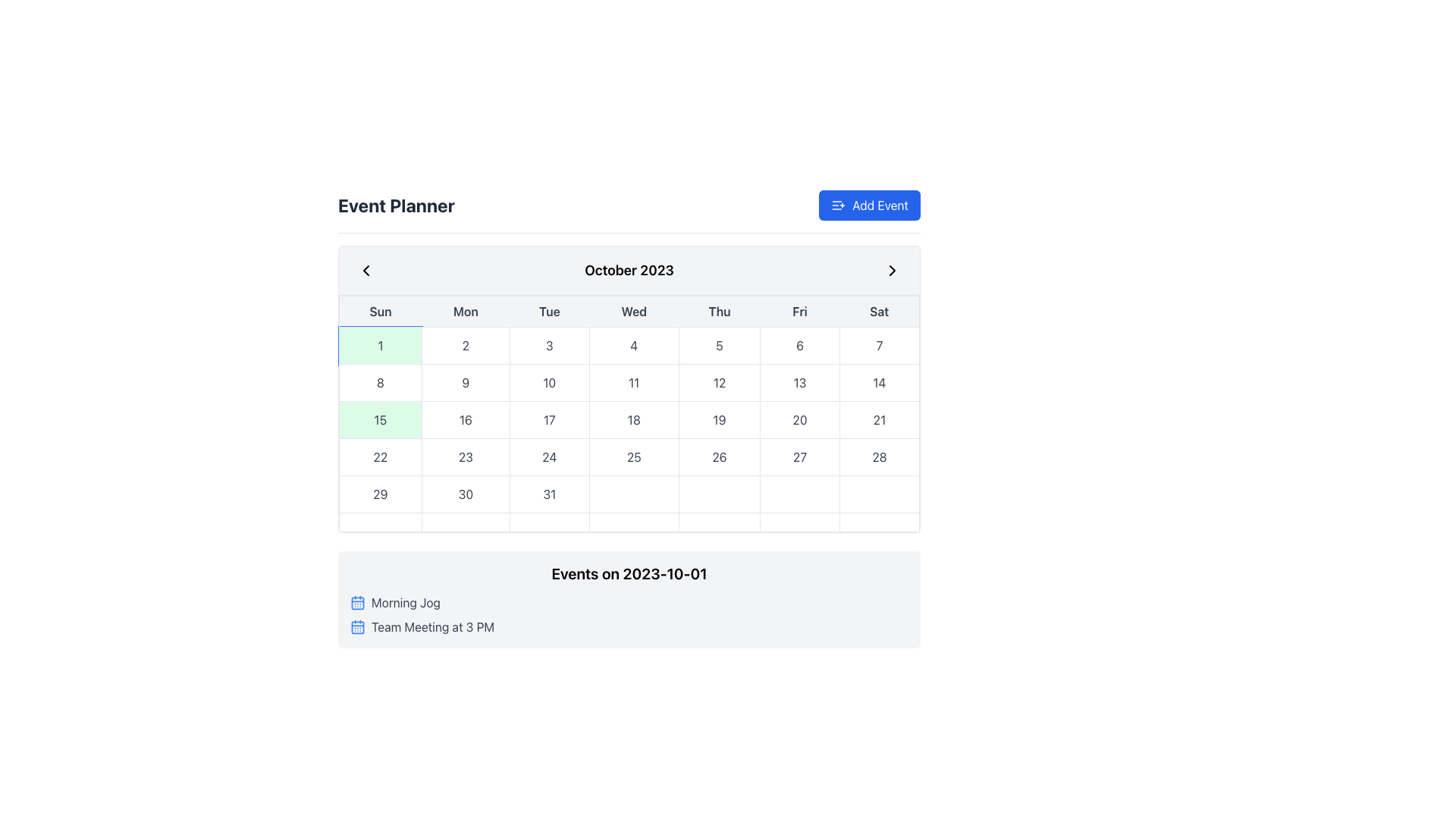 The width and height of the screenshot is (1456, 819). Describe the element at coordinates (629, 382) in the screenshot. I see `the highlighted calendar day item '11'` at that location.